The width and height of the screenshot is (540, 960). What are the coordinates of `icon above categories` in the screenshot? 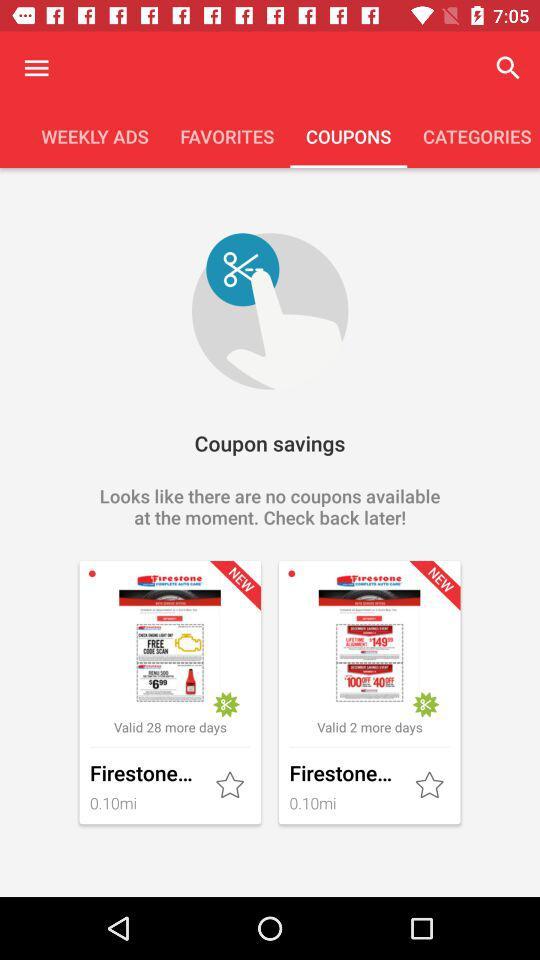 It's located at (508, 68).